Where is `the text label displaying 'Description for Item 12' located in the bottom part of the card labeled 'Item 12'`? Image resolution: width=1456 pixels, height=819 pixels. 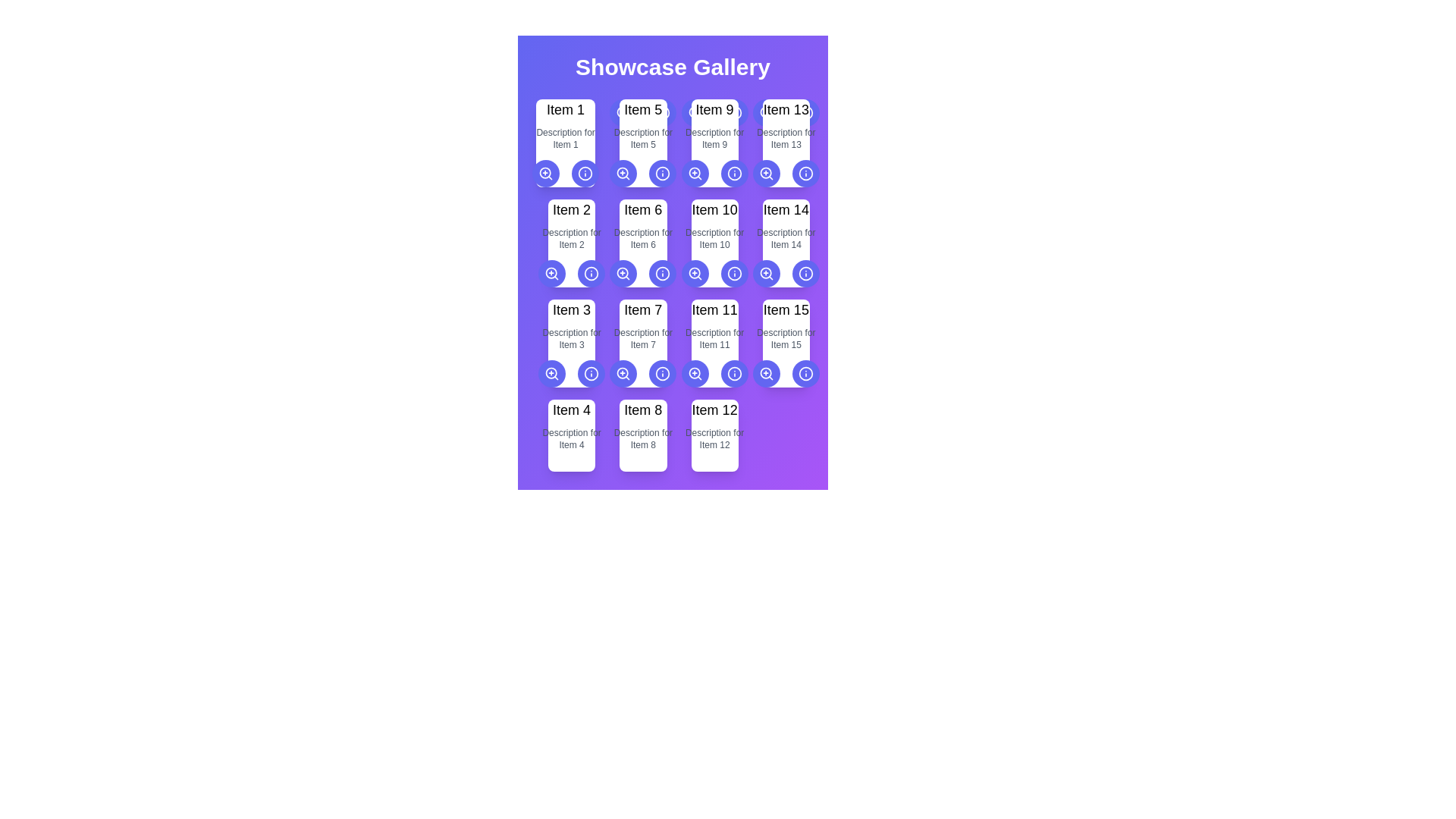 the text label displaying 'Description for Item 12' located in the bottom part of the card labeled 'Item 12' is located at coordinates (714, 438).